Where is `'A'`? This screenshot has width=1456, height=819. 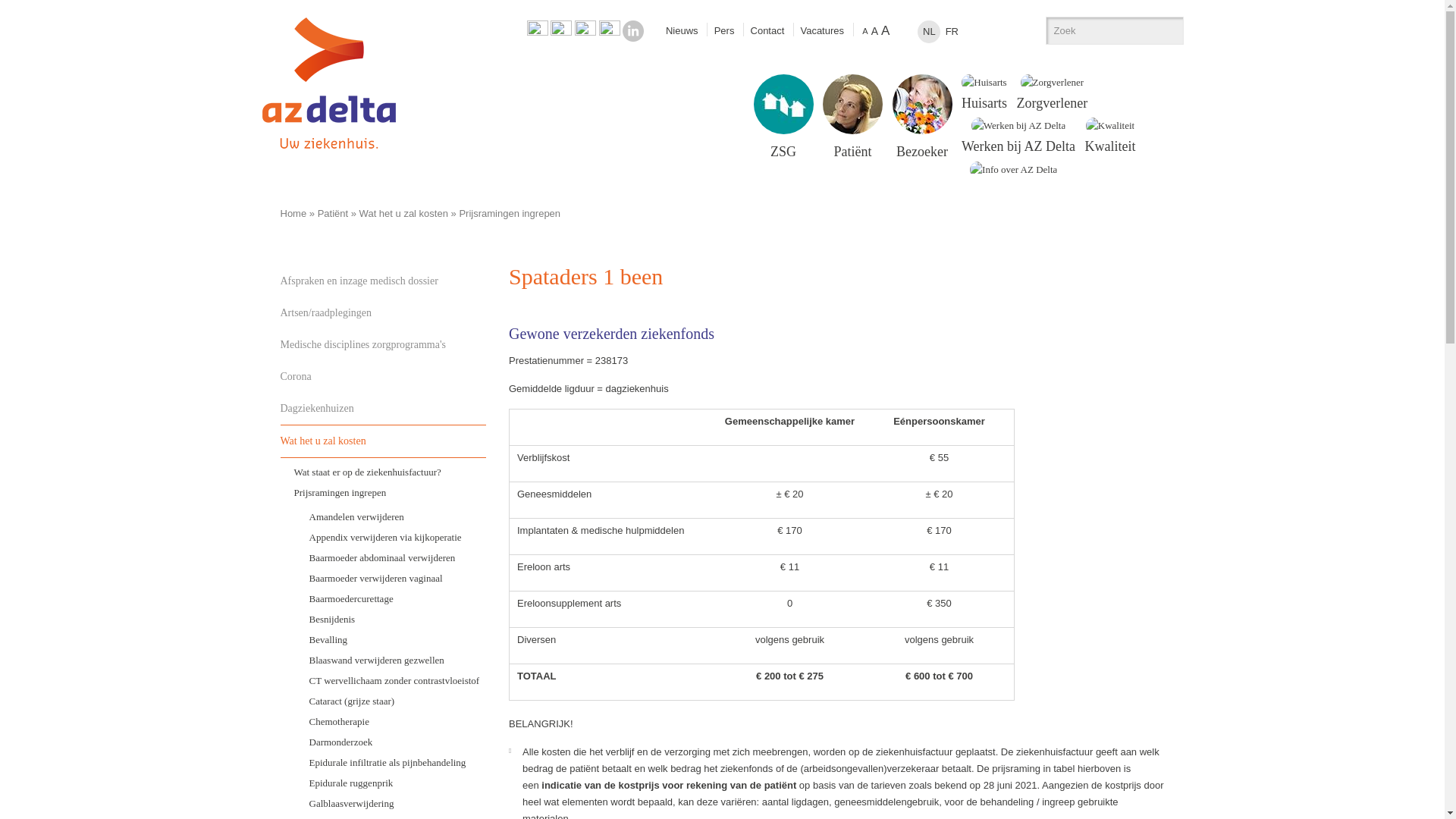
'A' is located at coordinates (874, 31).